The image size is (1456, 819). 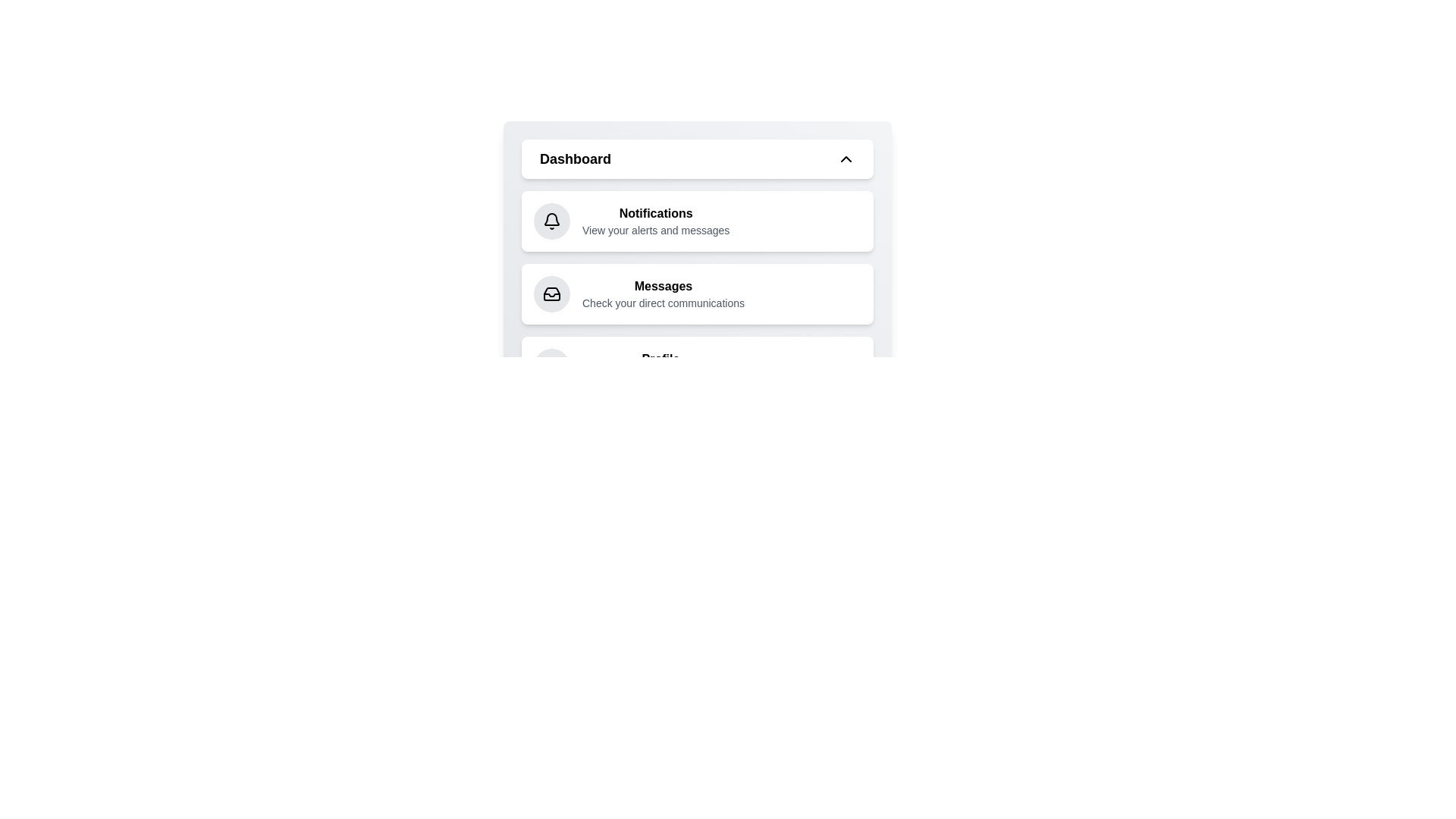 I want to click on the text of the menu item Notifications, so click(x=655, y=213).